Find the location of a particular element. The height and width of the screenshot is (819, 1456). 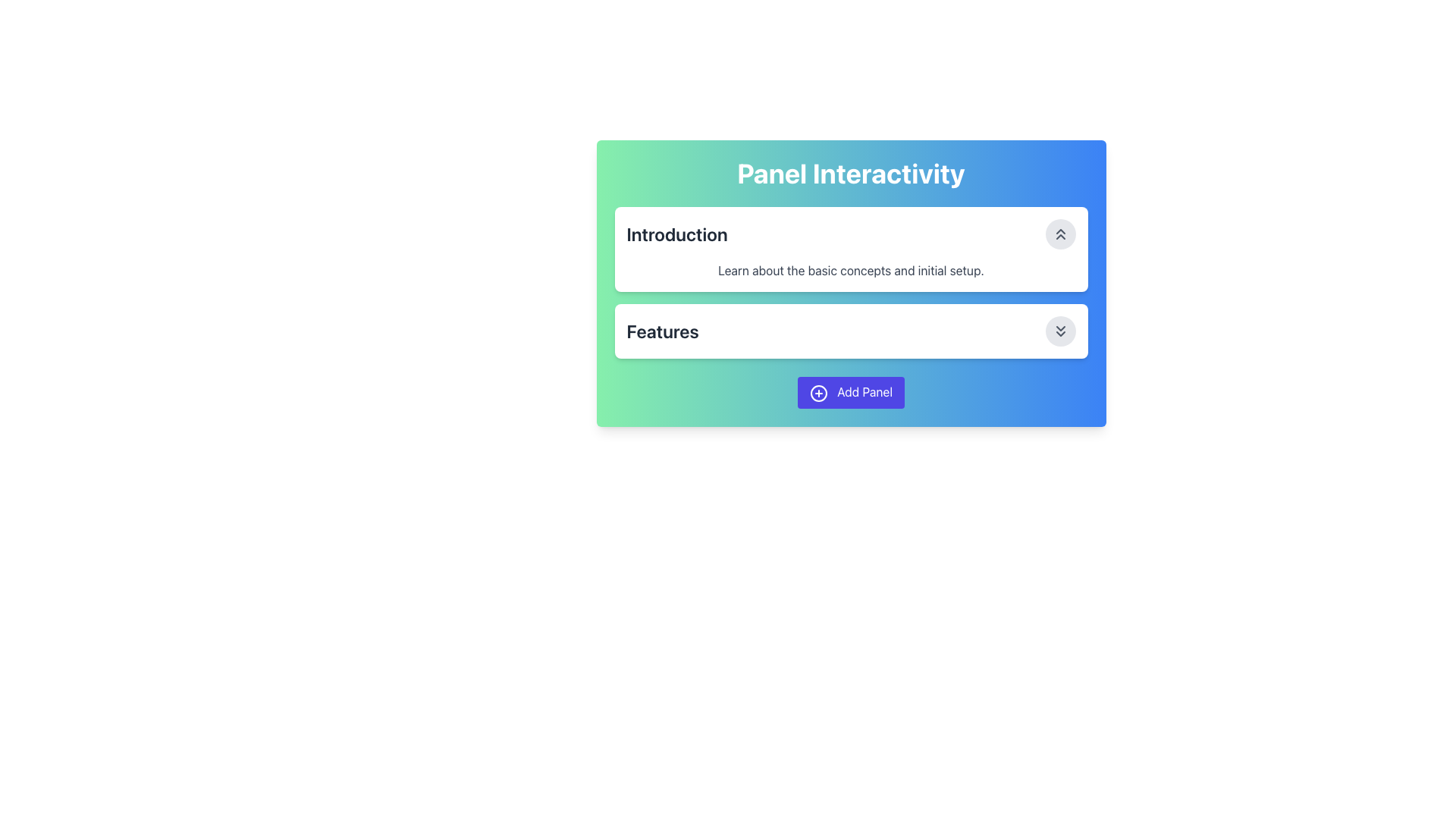

the gray SVG button featuring two upward-facing chevrons stacked vertically, located within the rounded rectangle box labeled 'Introduction' is located at coordinates (1059, 234).